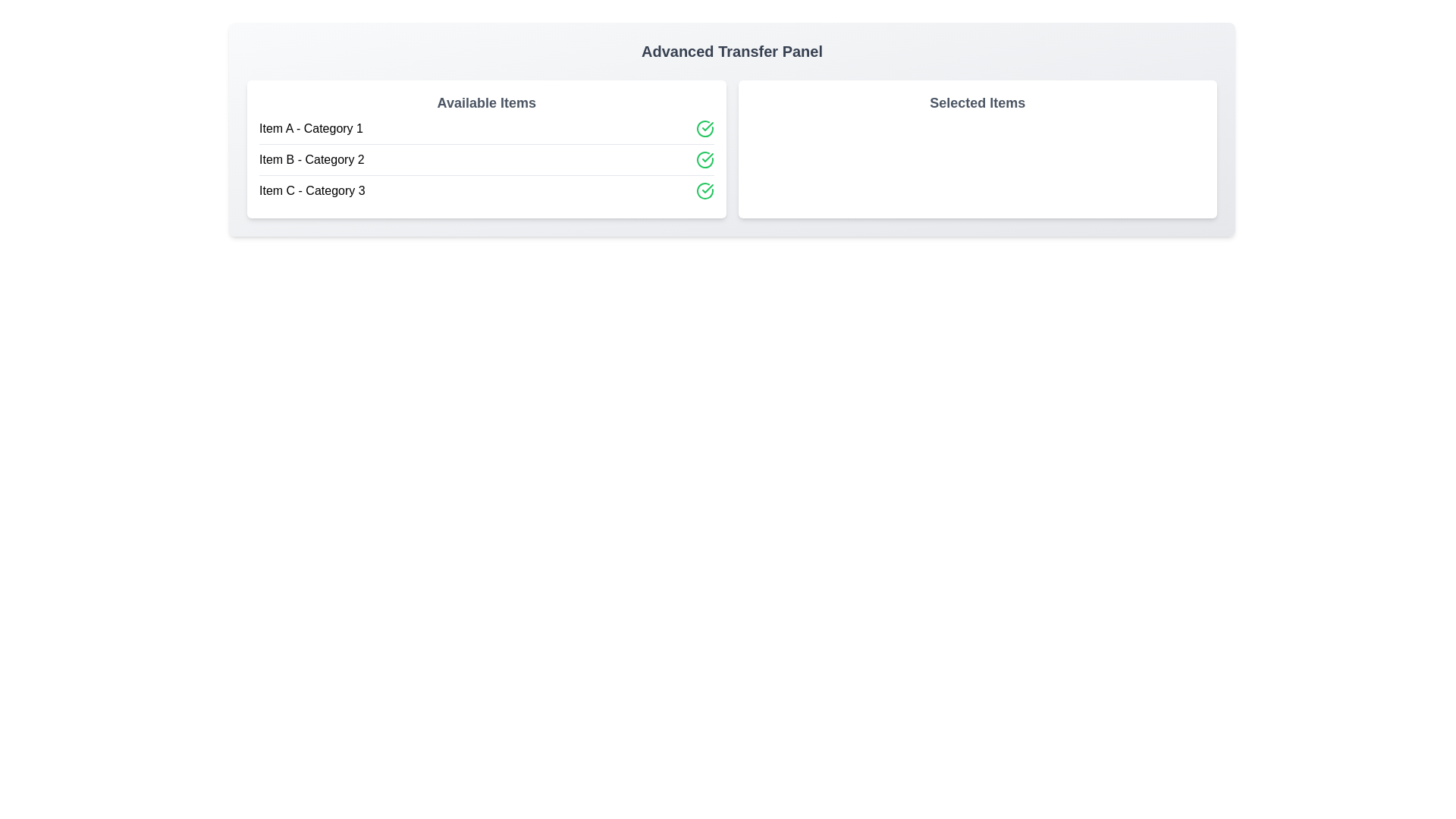 This screenshot has height=819, width=1456. I want to click on the green circular icon with a checkmark inside, which is located at the far right edge of the row labeled 'Item B - Category 2' in the left panel under 'Available Items', so click(704, 160).